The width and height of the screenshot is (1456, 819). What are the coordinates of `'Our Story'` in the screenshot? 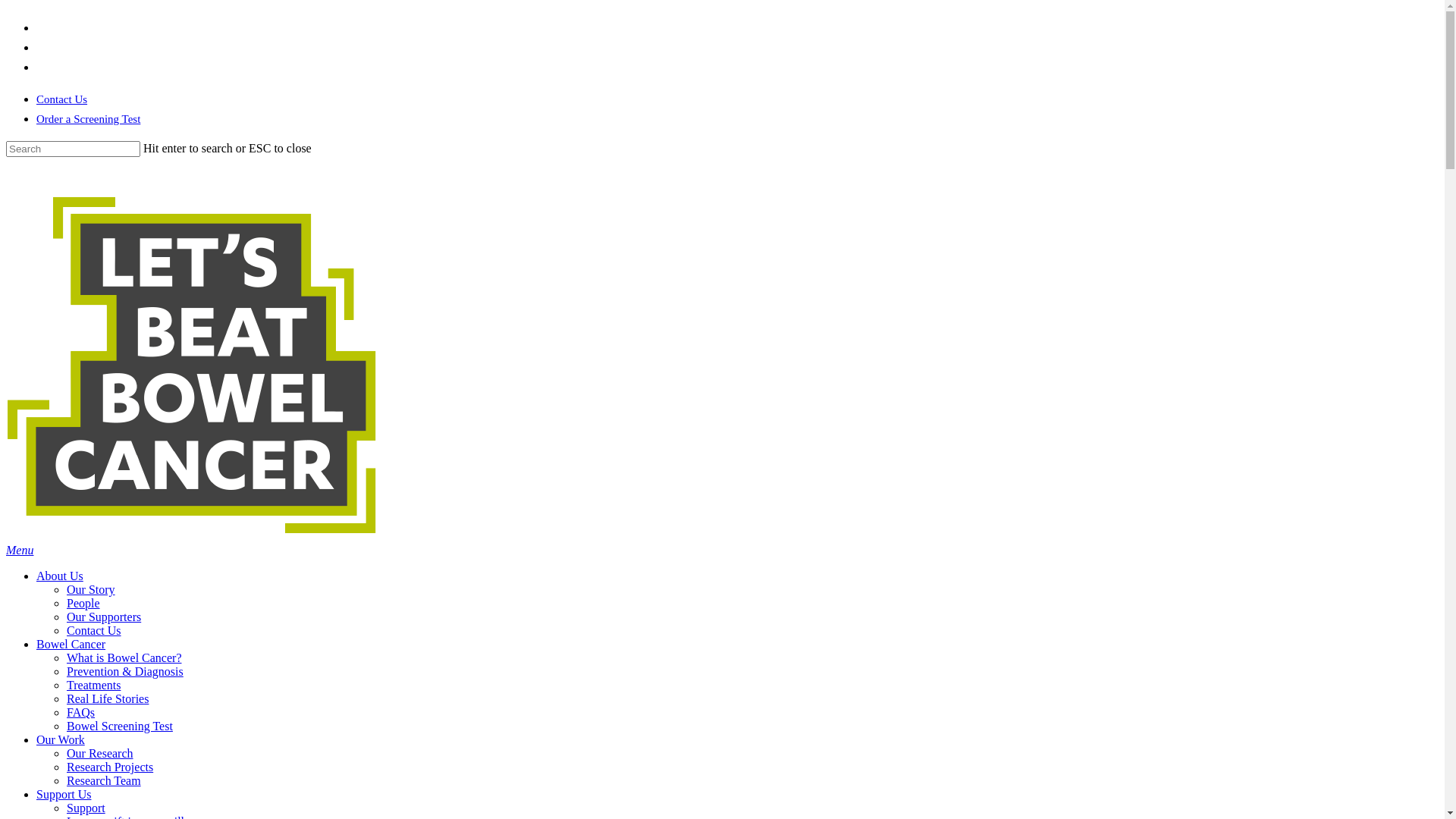 It's located at (90, 588).